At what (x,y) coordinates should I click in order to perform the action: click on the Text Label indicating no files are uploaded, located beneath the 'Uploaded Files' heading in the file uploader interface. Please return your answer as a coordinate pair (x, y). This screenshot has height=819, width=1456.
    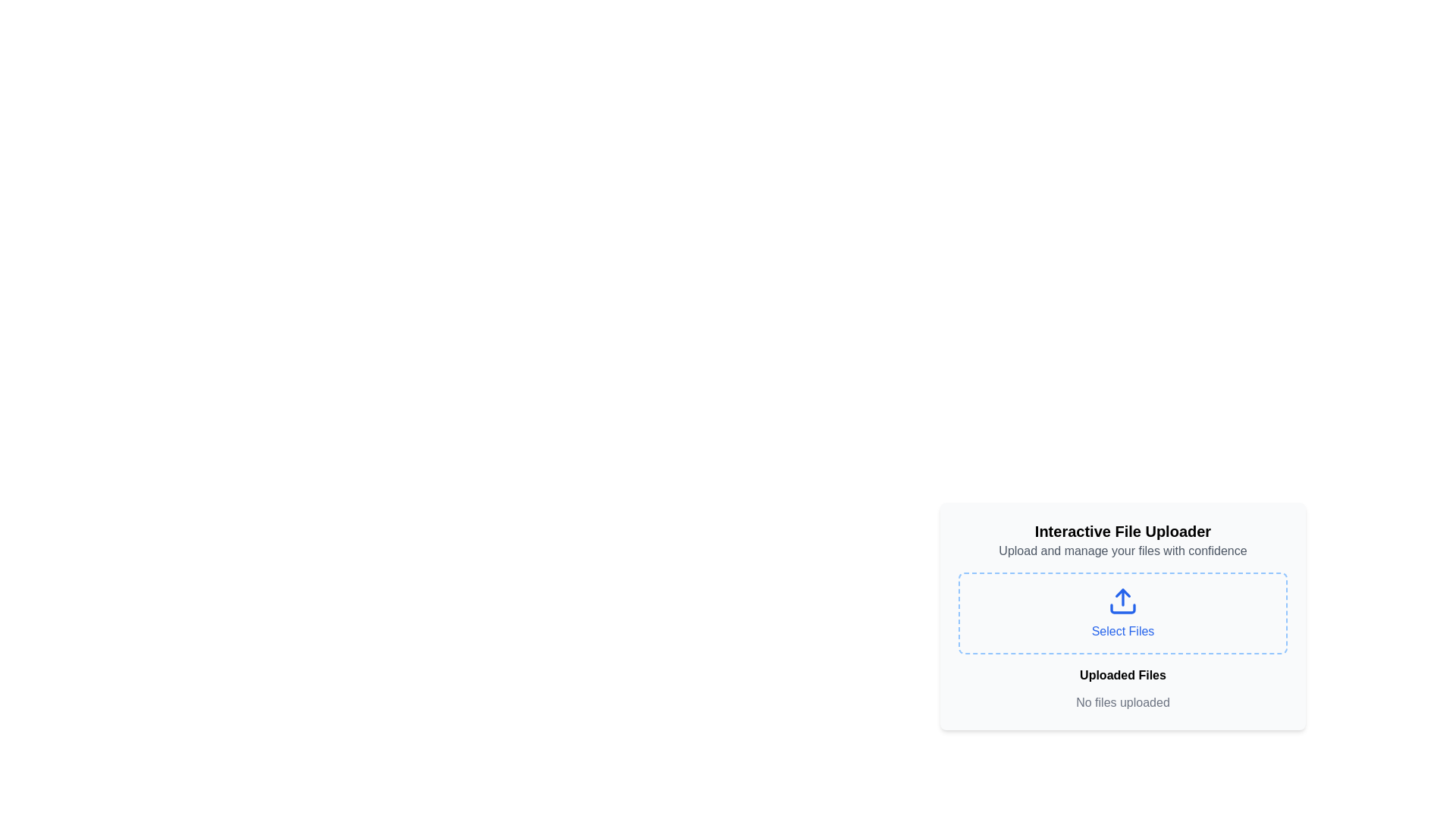
    Looking at the image, I should click on (1123, 702).